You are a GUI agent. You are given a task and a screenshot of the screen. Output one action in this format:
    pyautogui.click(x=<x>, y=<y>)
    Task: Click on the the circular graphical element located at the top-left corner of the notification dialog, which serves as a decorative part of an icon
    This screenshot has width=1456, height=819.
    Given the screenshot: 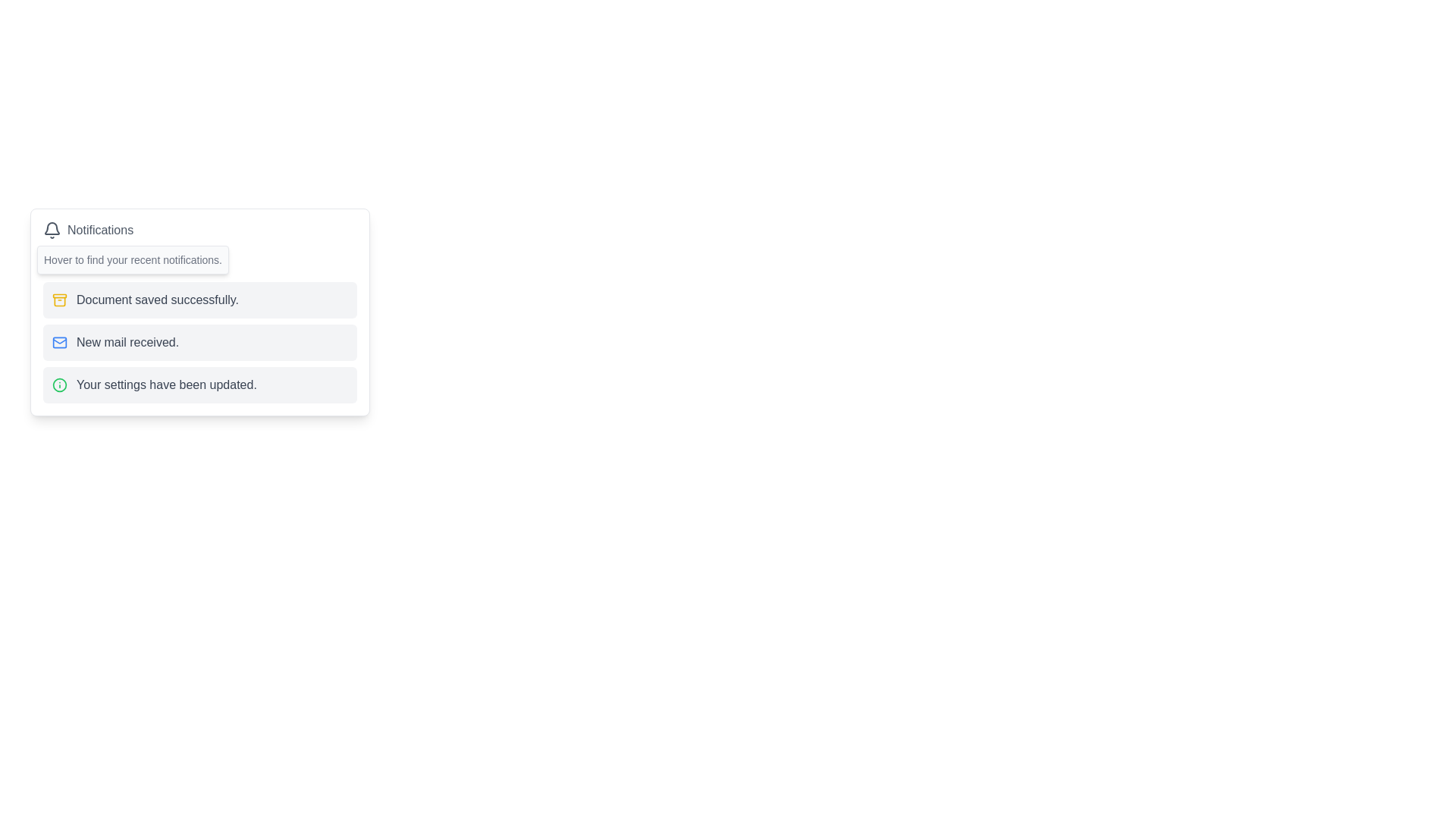 What is the action you would take?
    pyautogui.click(x=59, y=383)
    